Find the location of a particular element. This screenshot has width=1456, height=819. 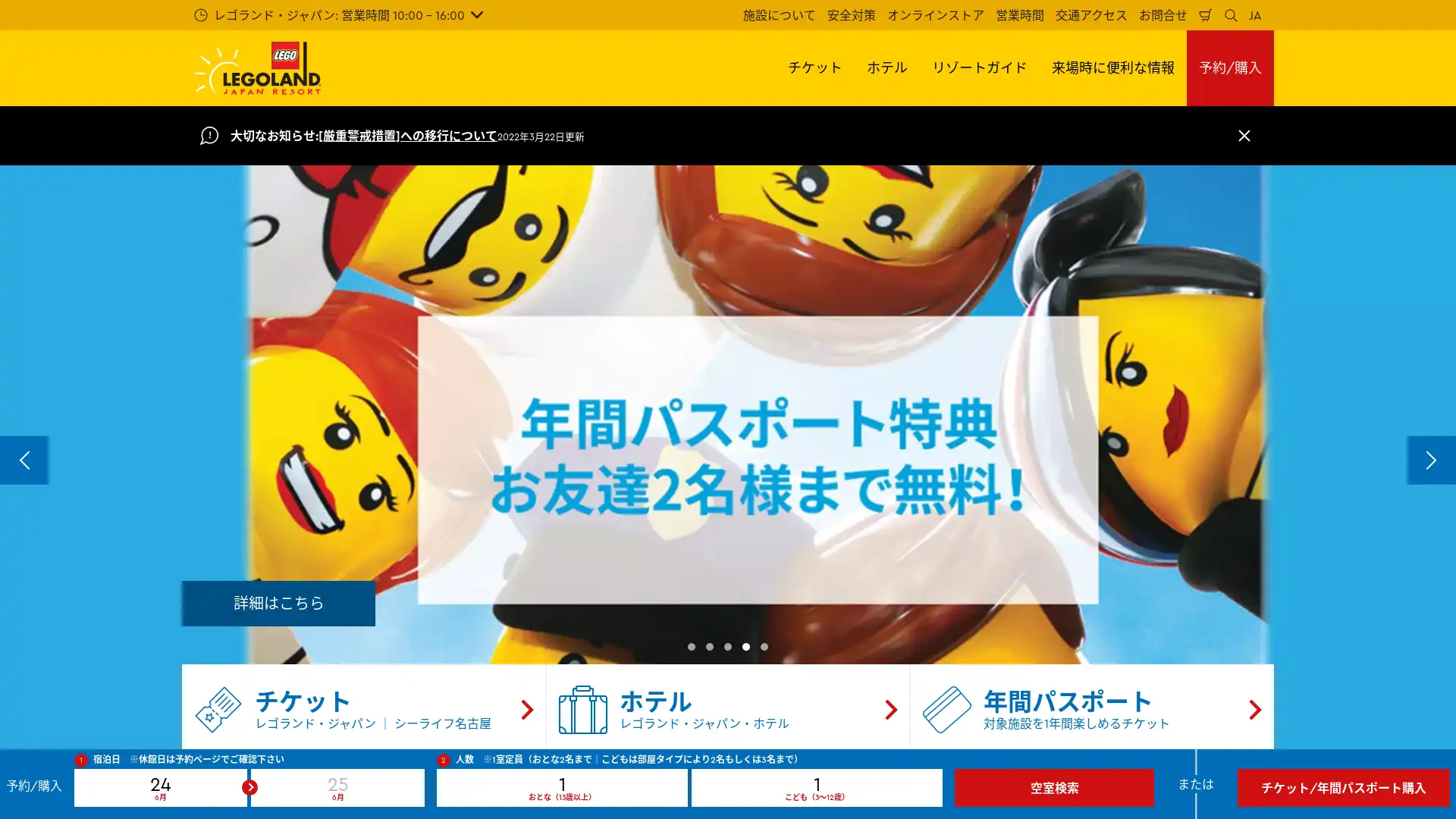

Number of children is located at coordinates (816, 786).